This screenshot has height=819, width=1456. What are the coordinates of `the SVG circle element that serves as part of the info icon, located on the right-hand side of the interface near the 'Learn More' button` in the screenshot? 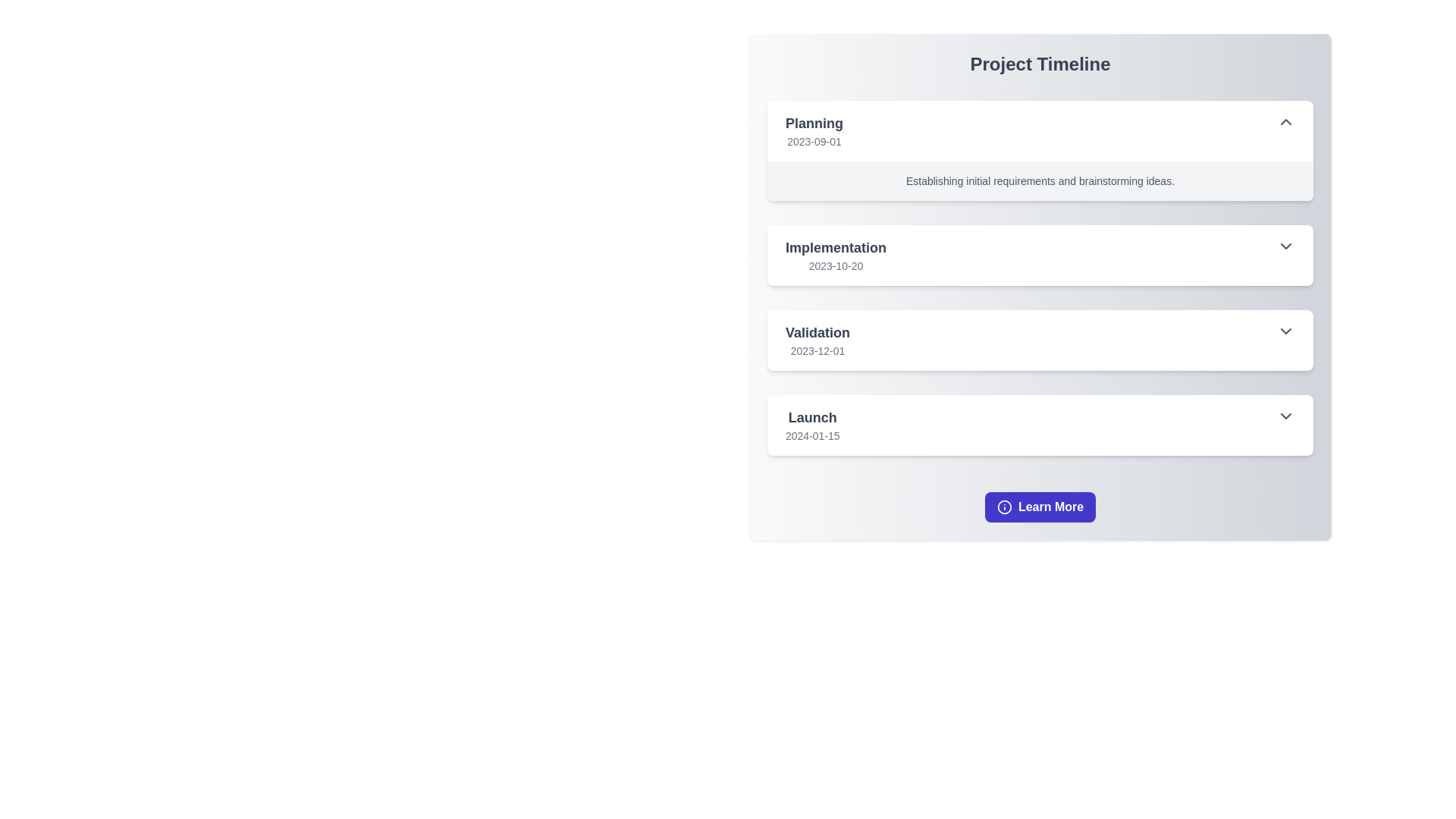 It's located at (1004, 507).